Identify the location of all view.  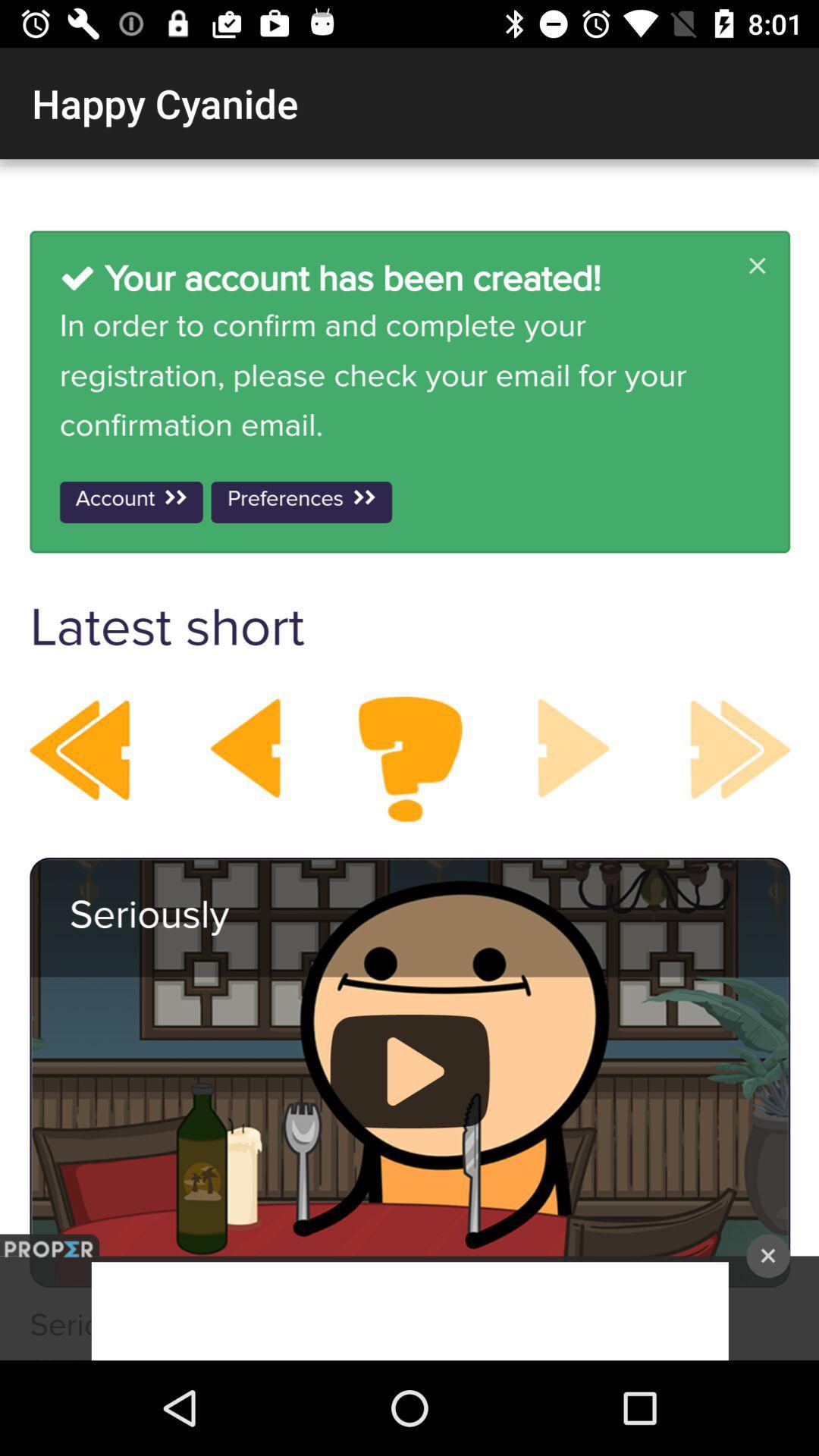
(409, 760).